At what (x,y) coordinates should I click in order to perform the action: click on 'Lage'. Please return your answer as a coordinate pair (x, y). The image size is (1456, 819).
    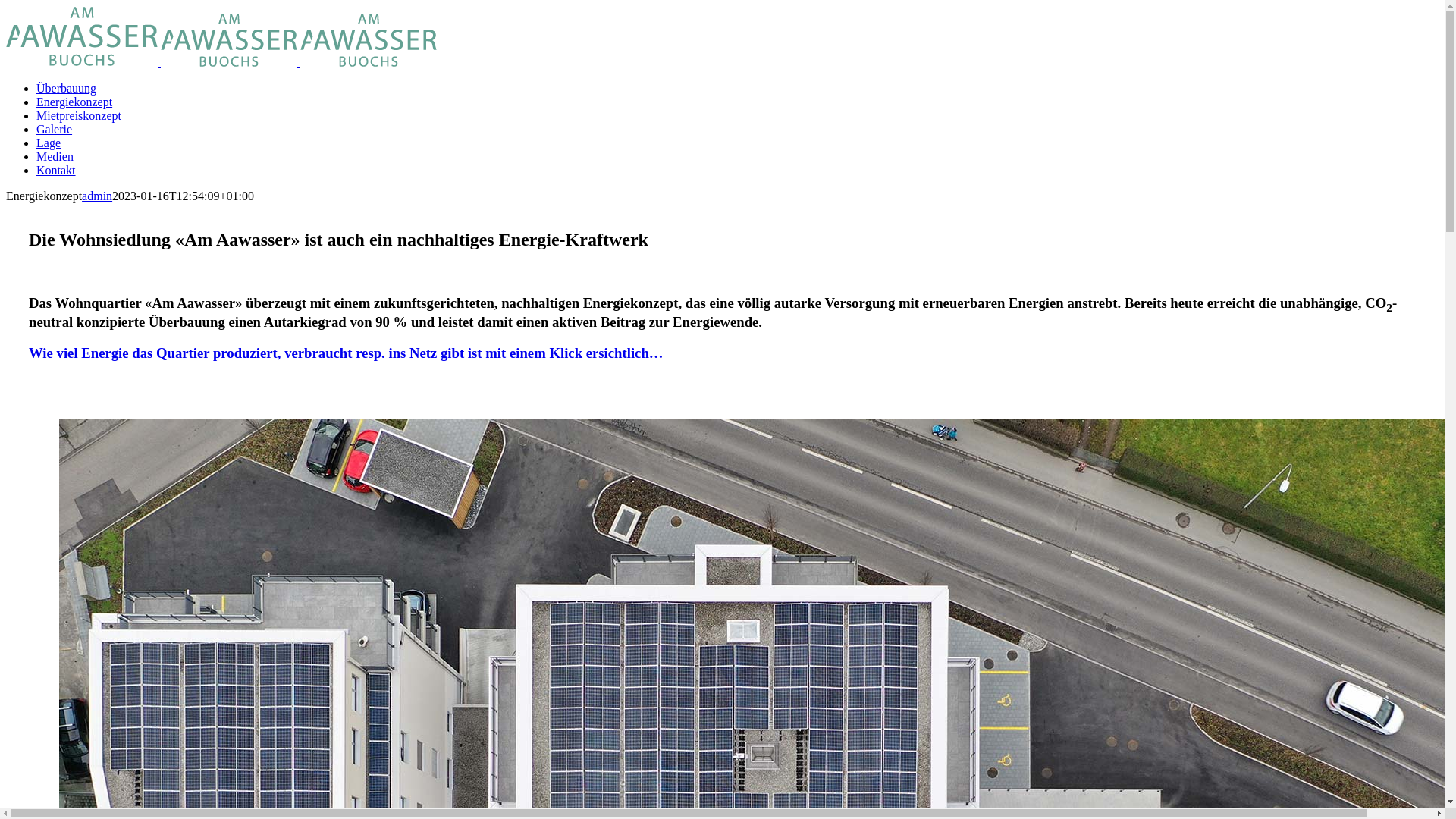
    Looking at the image, I should click on (48, 143).